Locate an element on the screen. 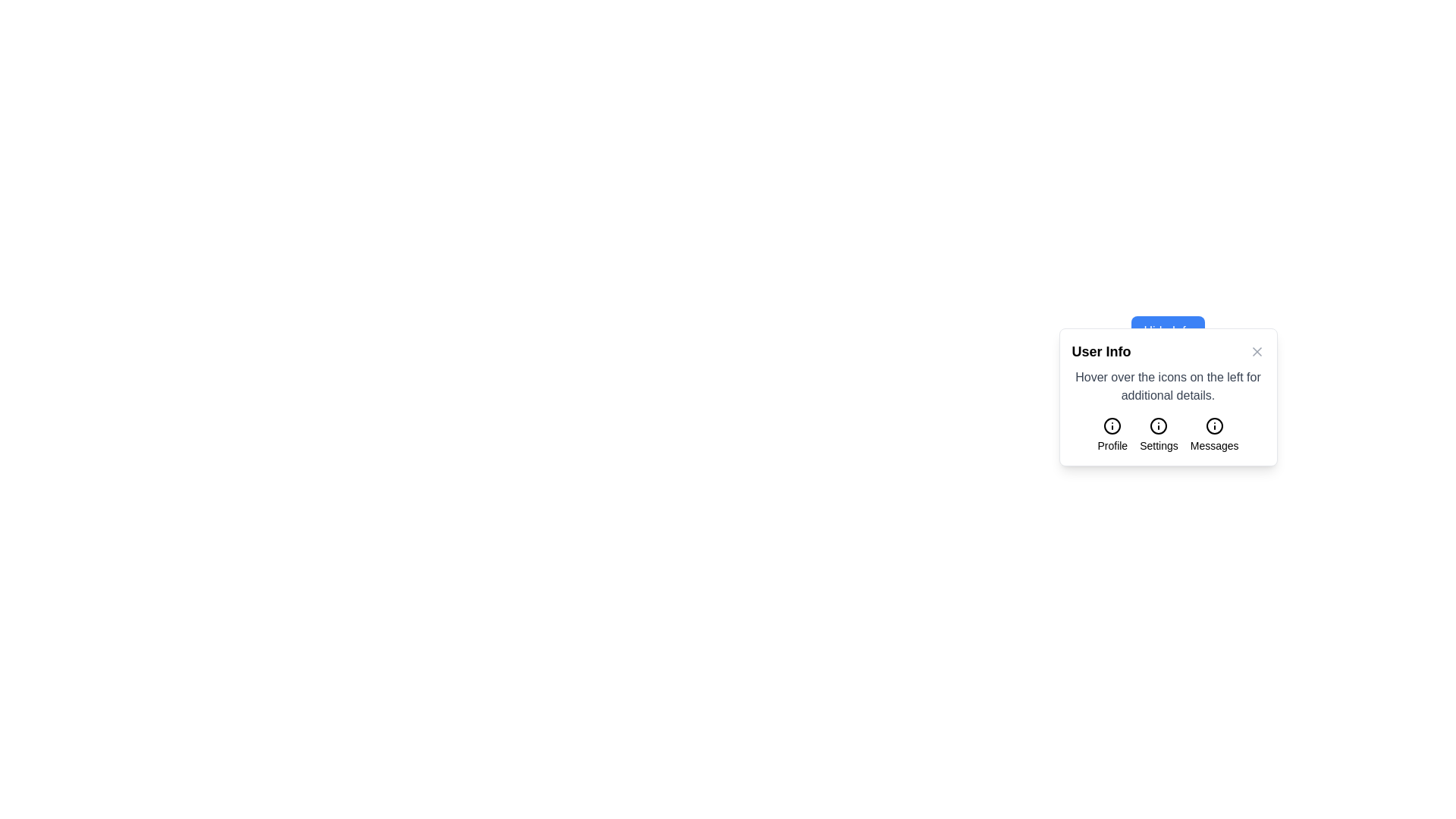 The width and height of the screenshot is (1456, 819). the information icon styled with black strokes, located centrally under the 'Settings' label in the user info modal is located at coordinates (1158, 426).